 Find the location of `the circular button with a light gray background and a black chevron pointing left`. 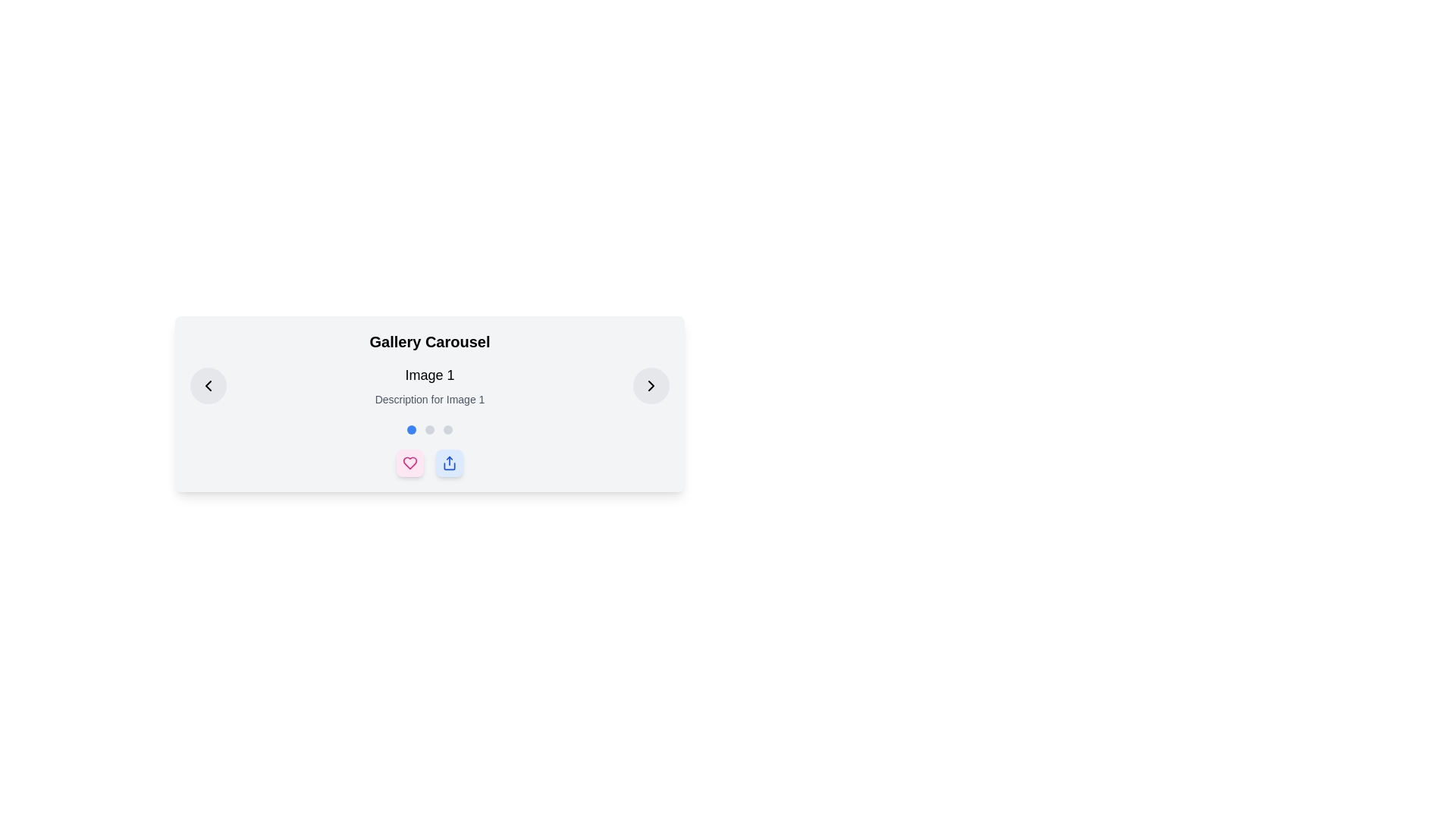

the circular button with a light gray background and a black chevron pointing left is located at coordinates (207, 385).